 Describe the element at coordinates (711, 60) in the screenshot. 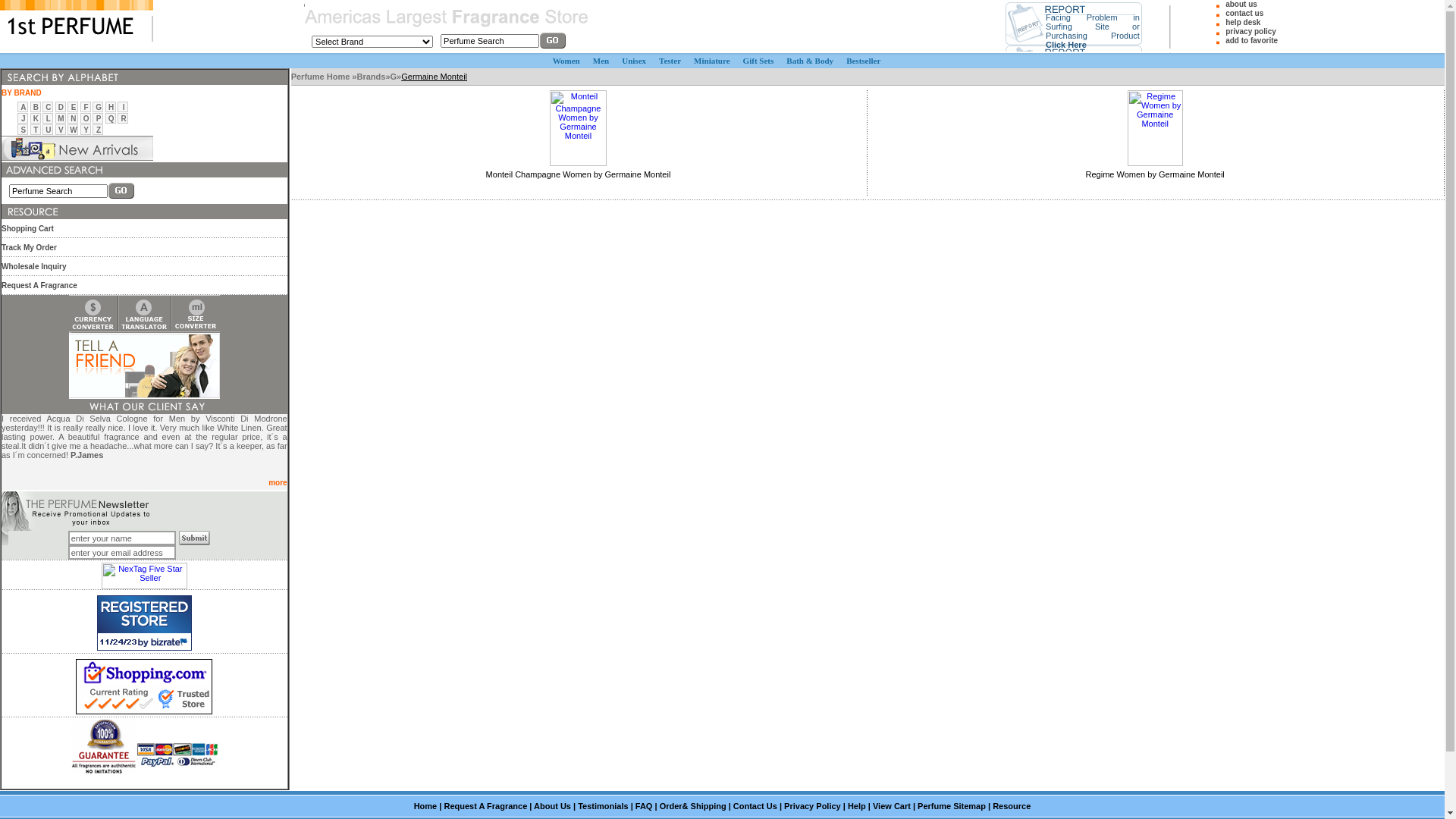

I see `'Miniature'` at that location.